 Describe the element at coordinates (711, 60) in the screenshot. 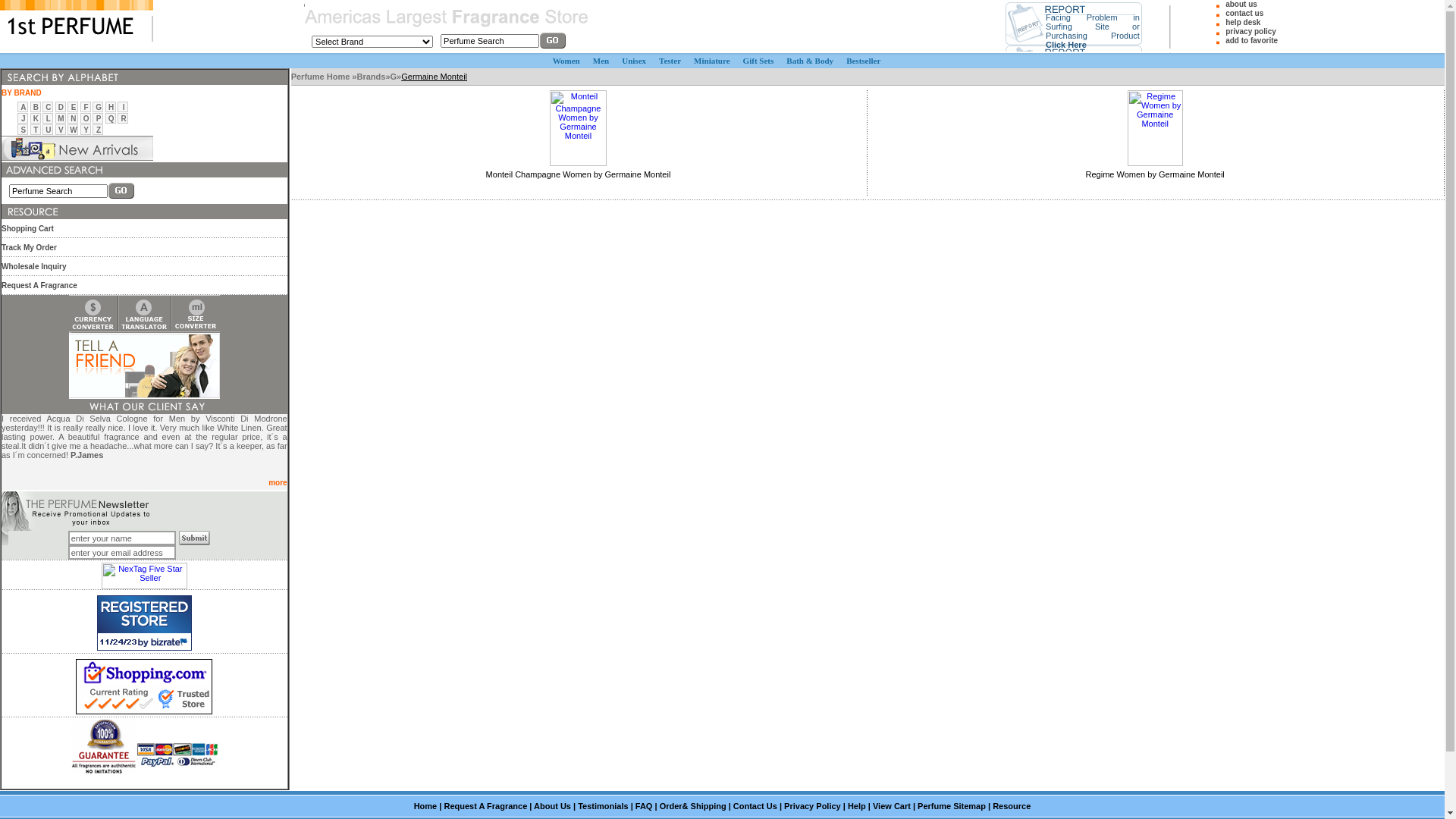

I see `'Miniature'` at that location.